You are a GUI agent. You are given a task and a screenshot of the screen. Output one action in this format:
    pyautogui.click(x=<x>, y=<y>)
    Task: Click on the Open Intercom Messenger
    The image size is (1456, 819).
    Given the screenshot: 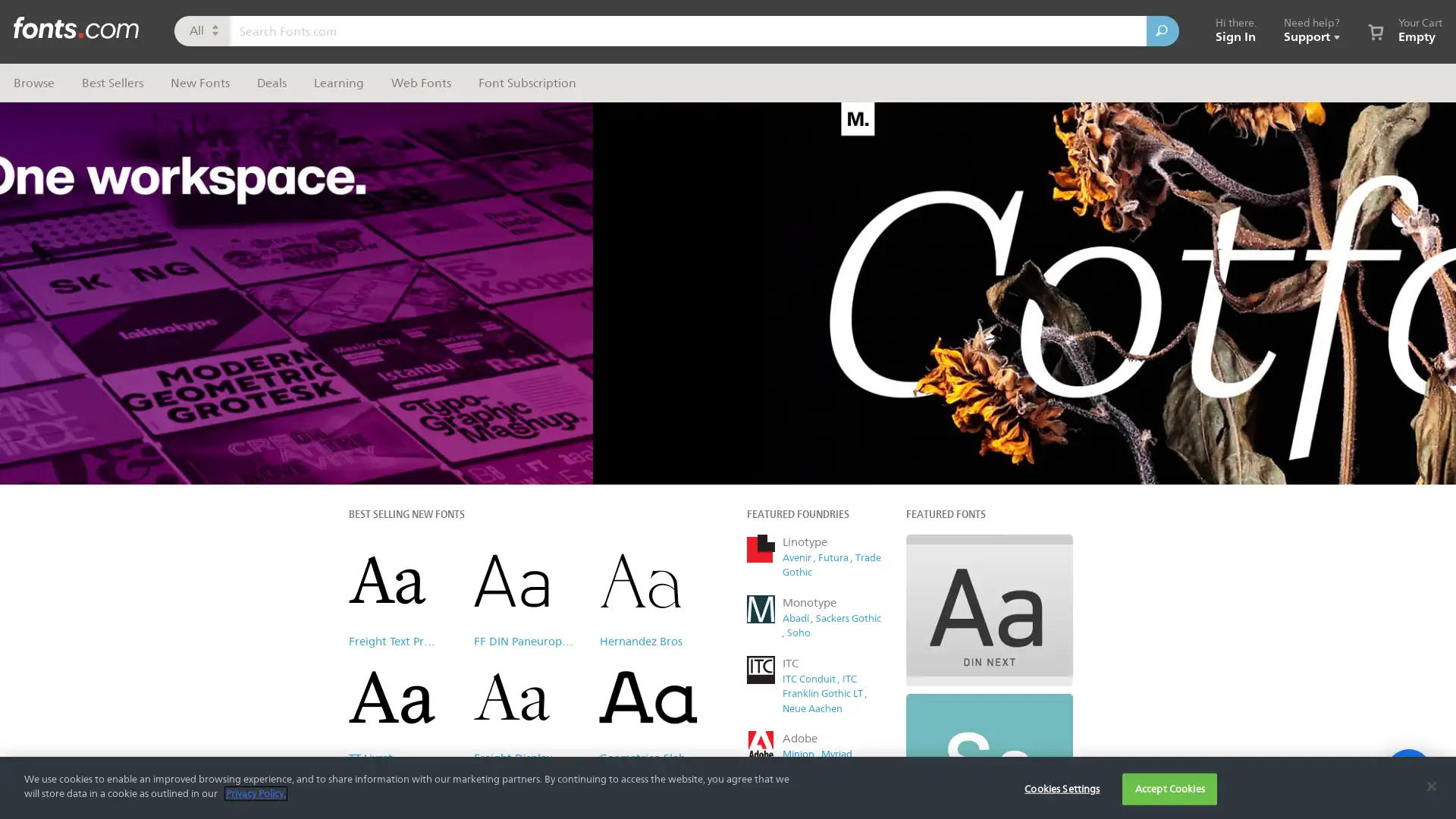 What is the action you would take?
    pyautogui.click(x=1407, y=772)
    